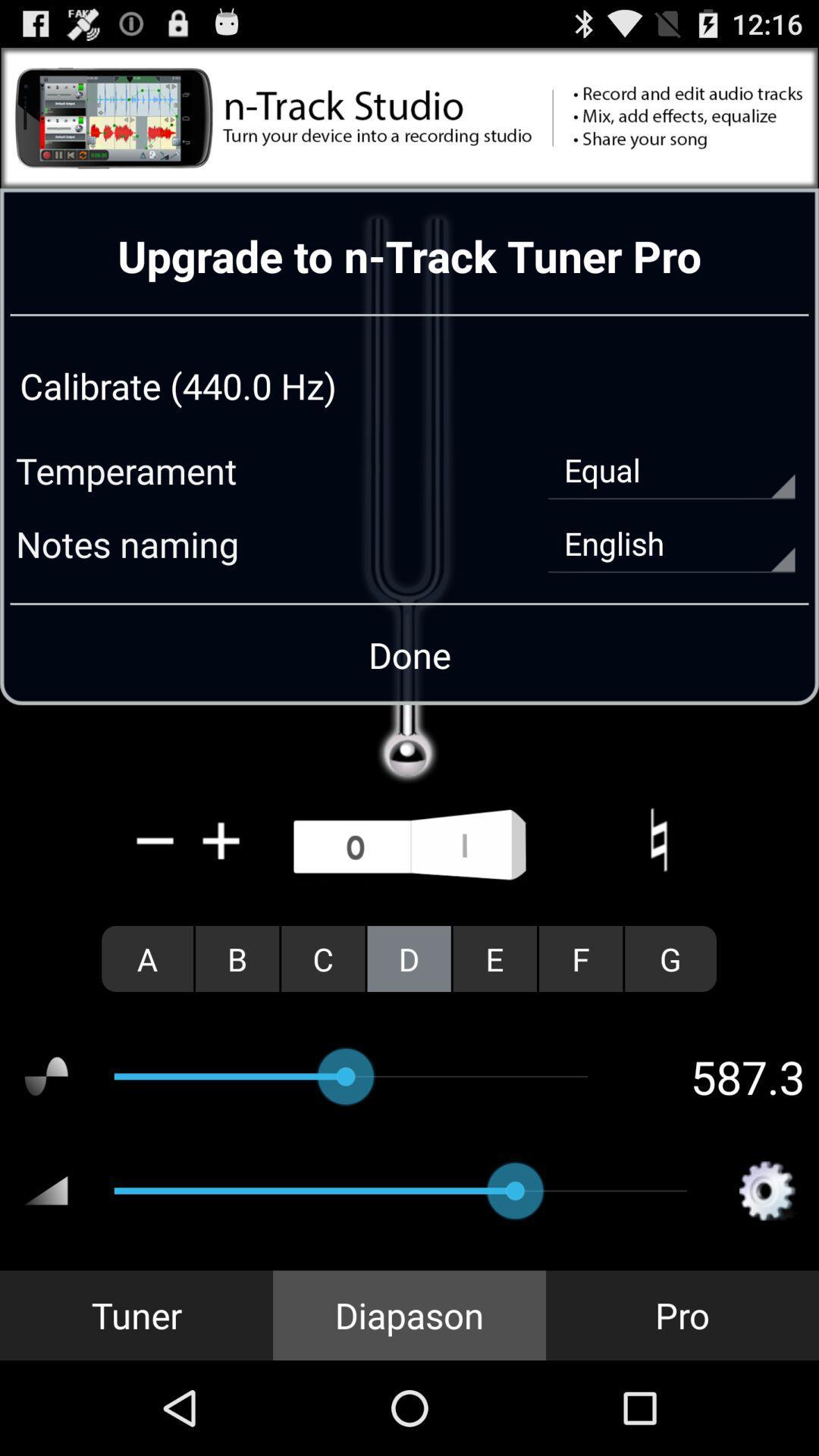  I want to click on d, so click(408, 958).